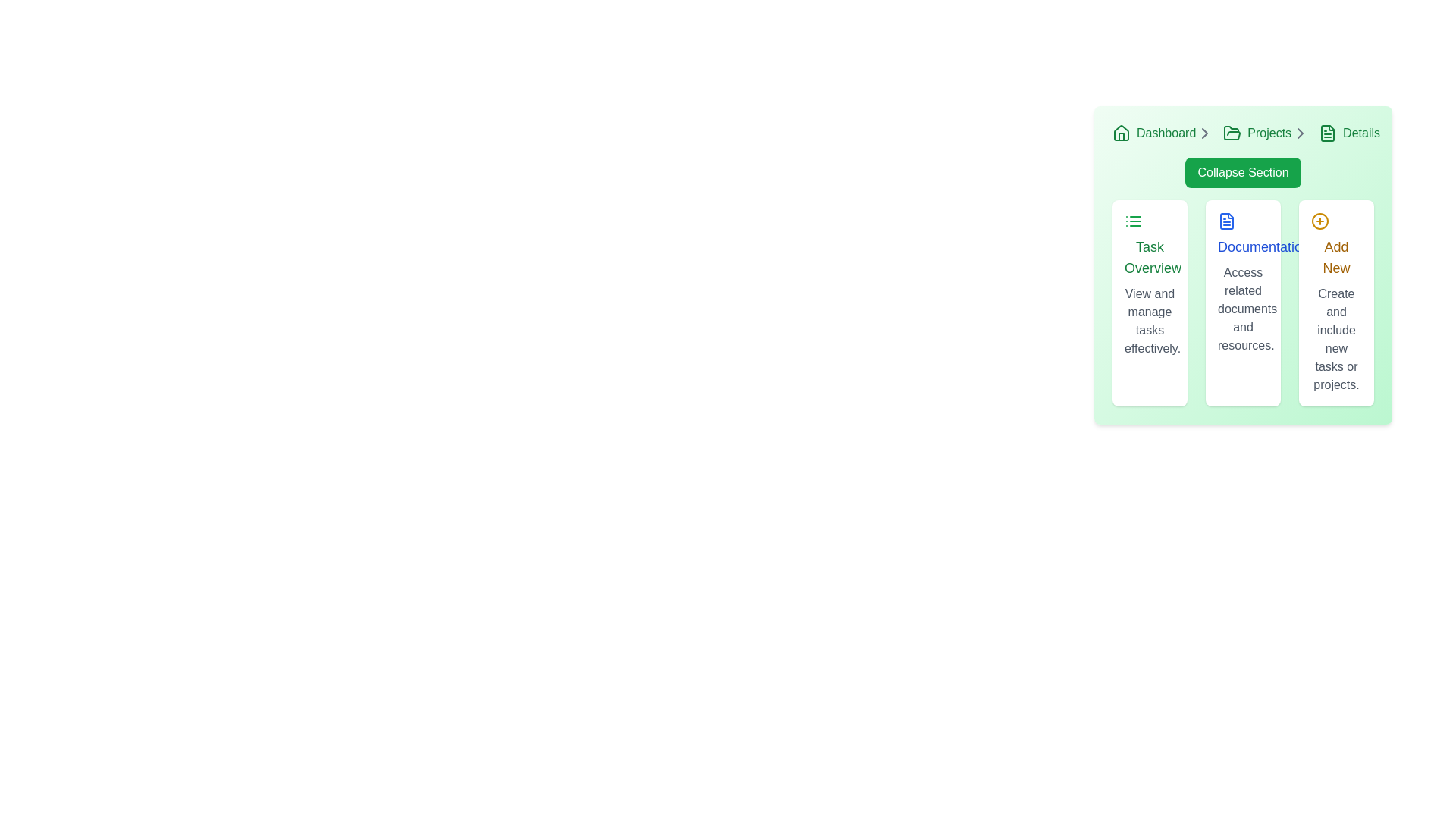  I want to click on the text label 'Documentation' styled in bold blue font located in the second column of a three-column layout inside a green card section, so click(1243, 246).